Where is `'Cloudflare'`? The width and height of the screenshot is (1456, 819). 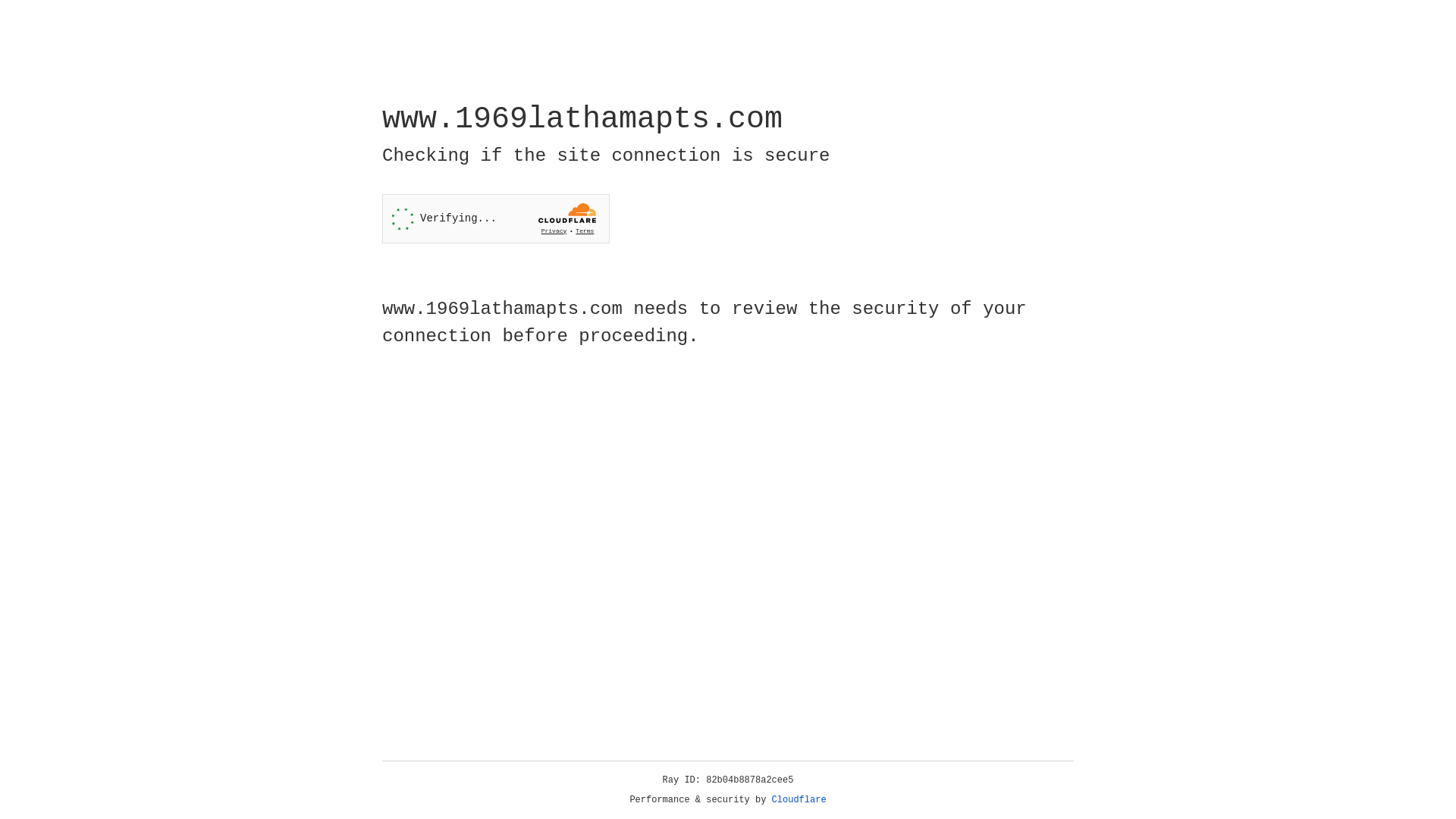 'Cloudflare' is located at coordinates (799, 799).